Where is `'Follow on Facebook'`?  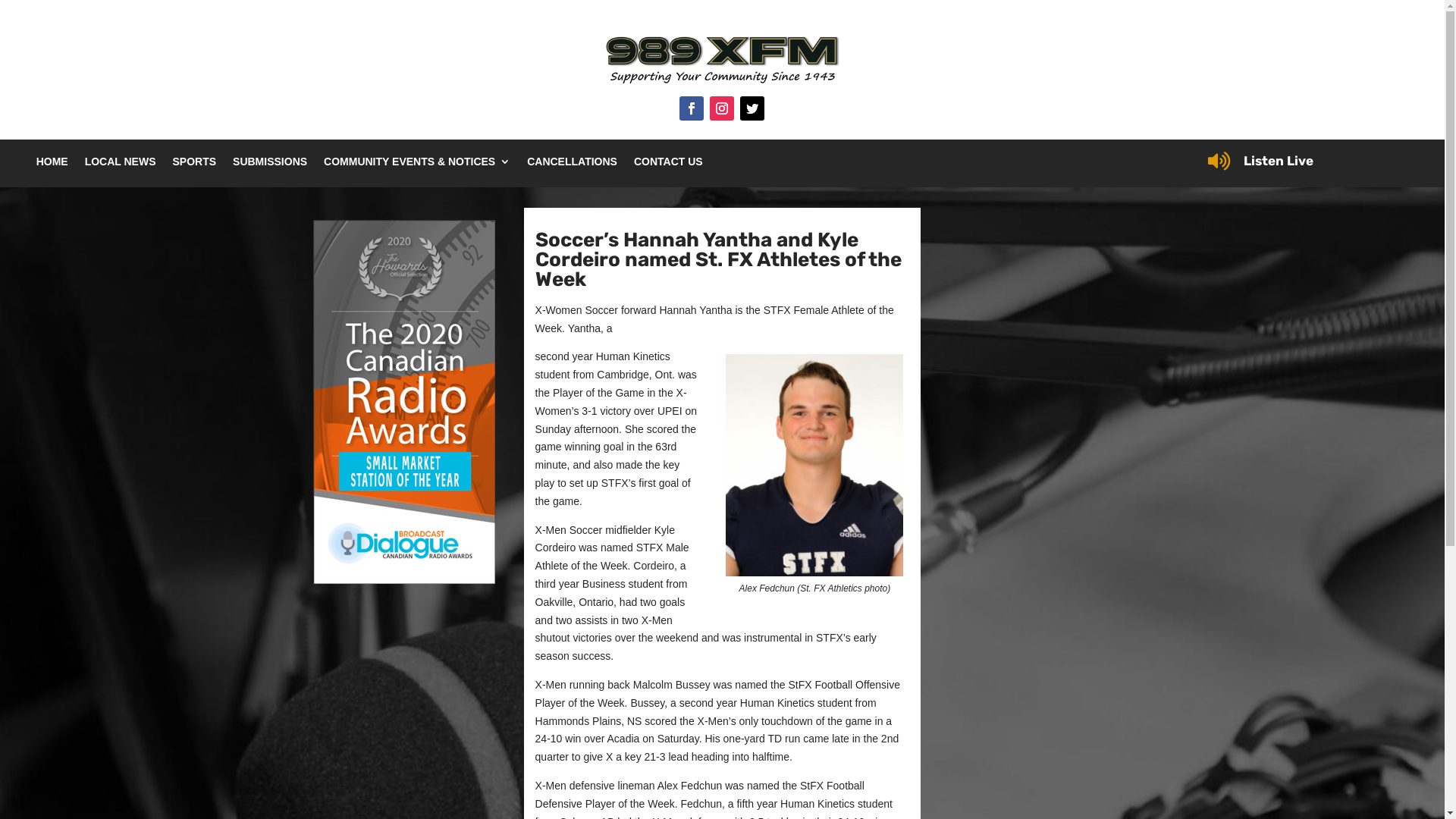
'Follow on Facebook' is located at coordinates (679, 107).